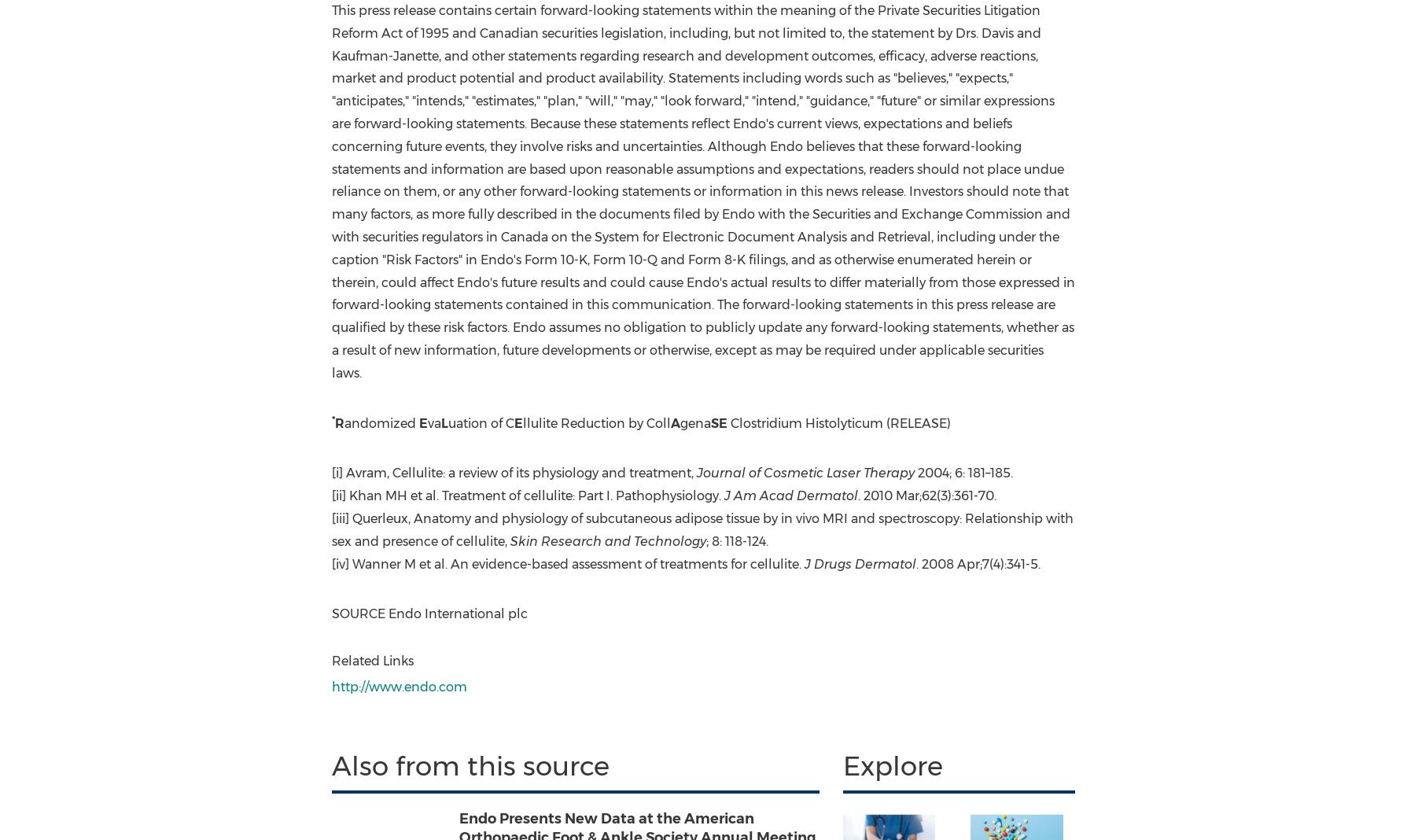  What do you see at coordinates (331, 686) in the screenshot?
I see `'http://www.endo.com'` at bounding box center [331, 686].